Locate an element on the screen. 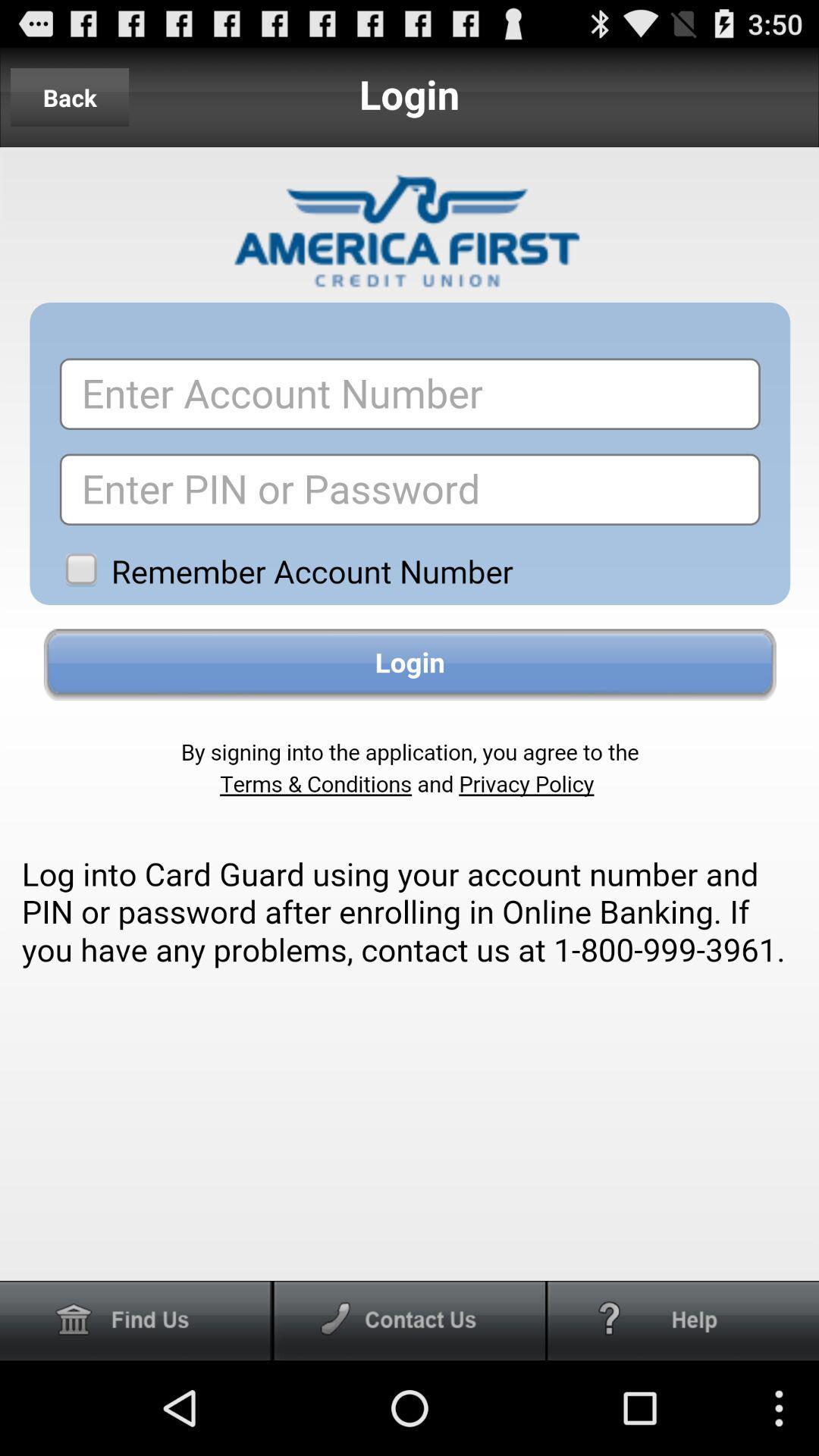 The image size is (819, 1456). cantact is located at coordinates (409, 1319).